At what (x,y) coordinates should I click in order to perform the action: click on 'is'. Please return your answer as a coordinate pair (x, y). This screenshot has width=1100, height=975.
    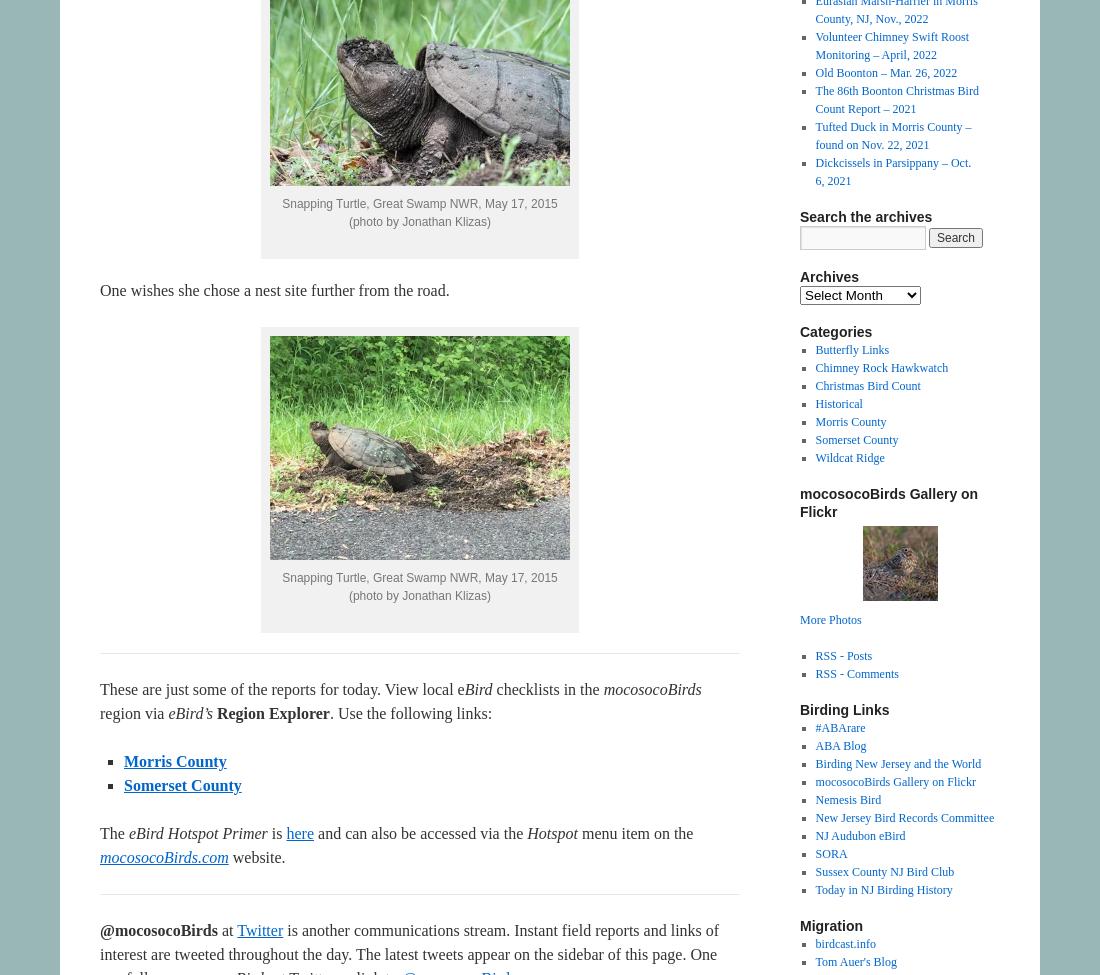
    Looking at the image, I should click on (266, 833).